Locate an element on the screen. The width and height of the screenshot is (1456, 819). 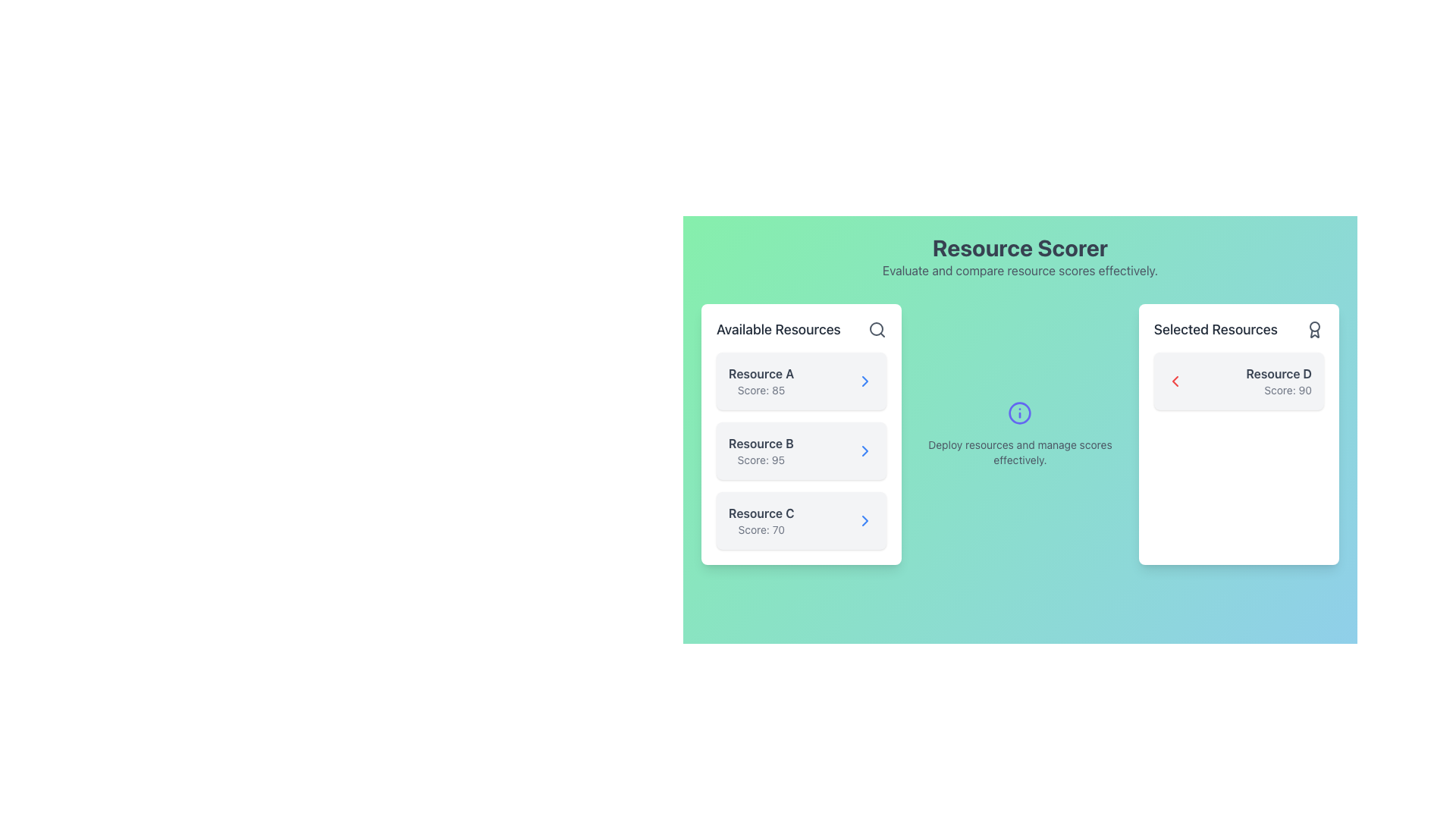
the text label displaying 'Evaluate and compare resource scores effectively.' which is located below the 'Resource Scorer' title in the header section of the interface is located at coordinates (1020, 270).